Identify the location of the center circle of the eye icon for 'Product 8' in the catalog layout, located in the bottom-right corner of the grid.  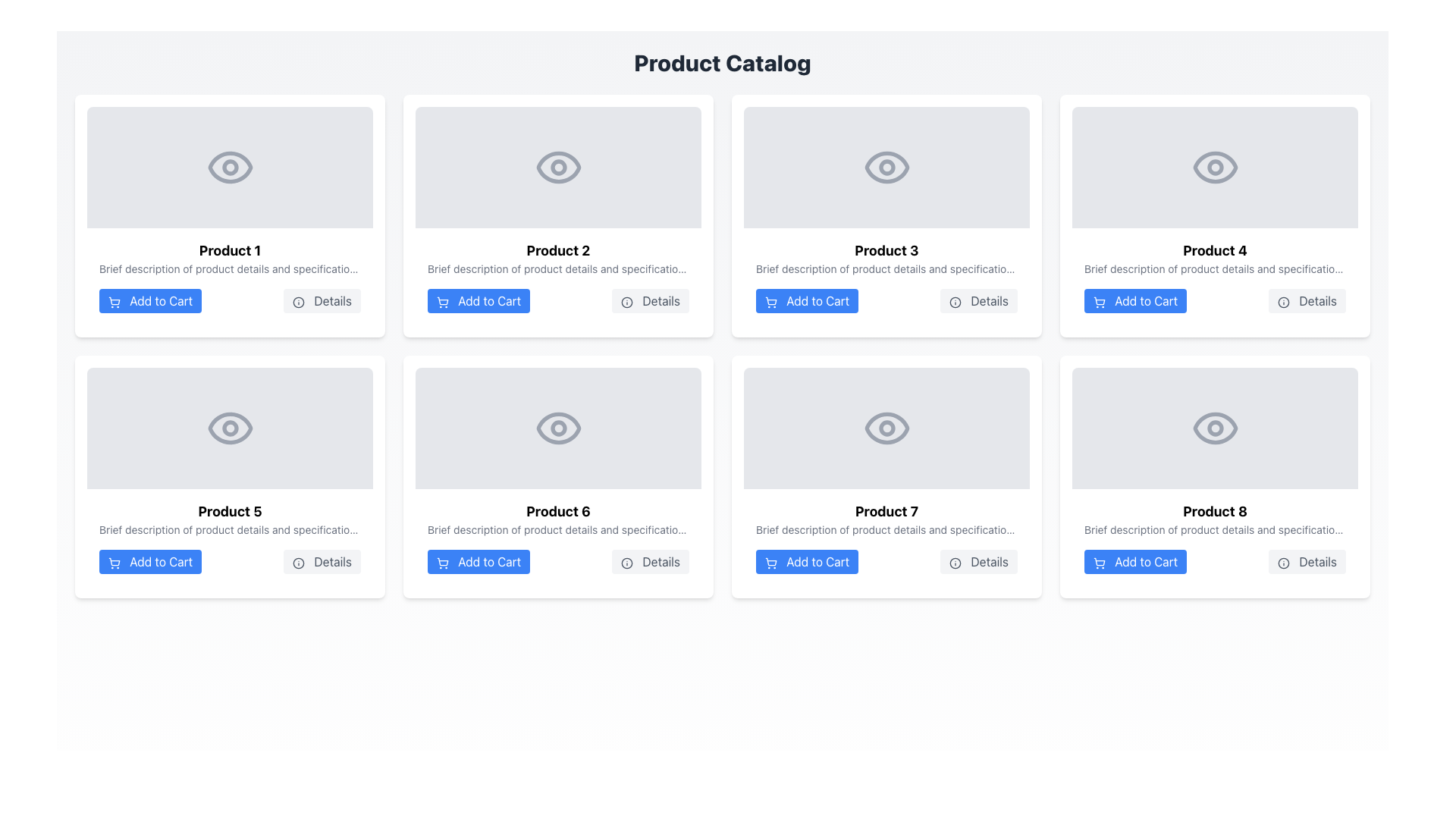
(1215, 428).